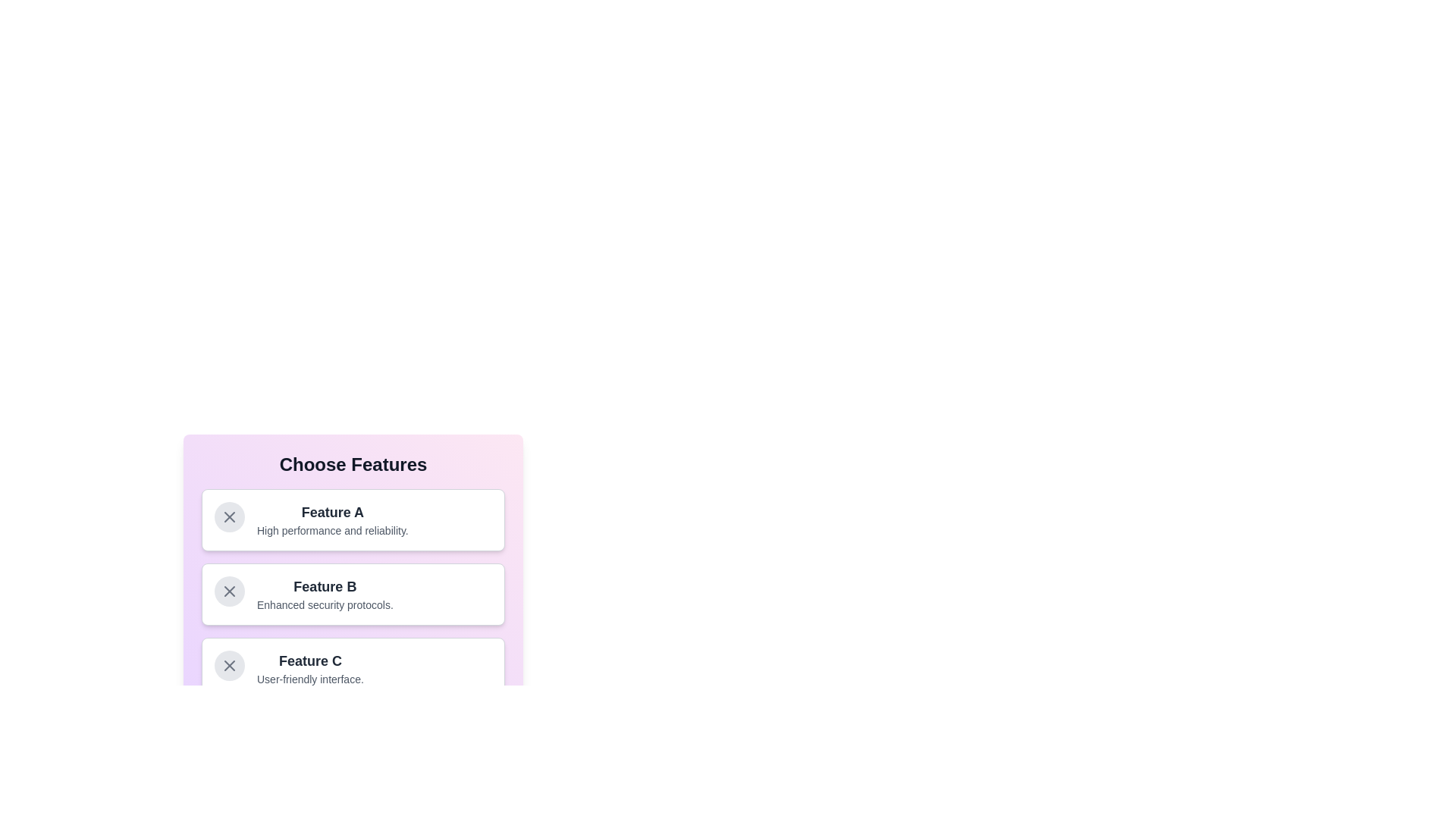 The height and width of the screenshot is (819, 1456). Describe the element at coordinates (228, 665) in the screenshot. I see `the 'X' shaped icon within the circular button in the 'Feature C' option` at that location.